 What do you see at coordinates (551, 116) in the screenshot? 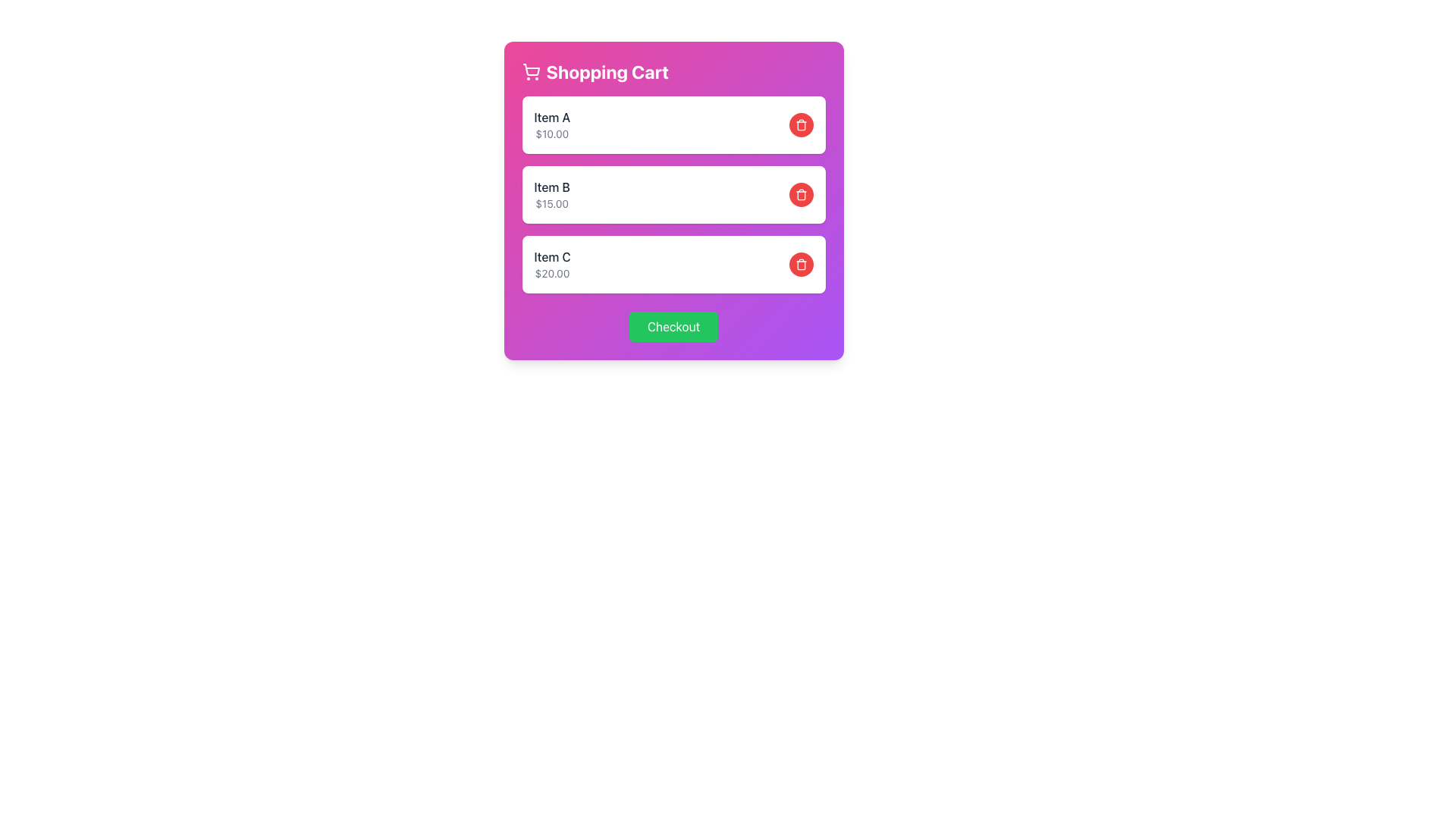
I see `the text label displaying 'Item A' in gray color, located at the top left of the shopping cart panel, above the price '$10.00'` at bounding box center [551, 116].